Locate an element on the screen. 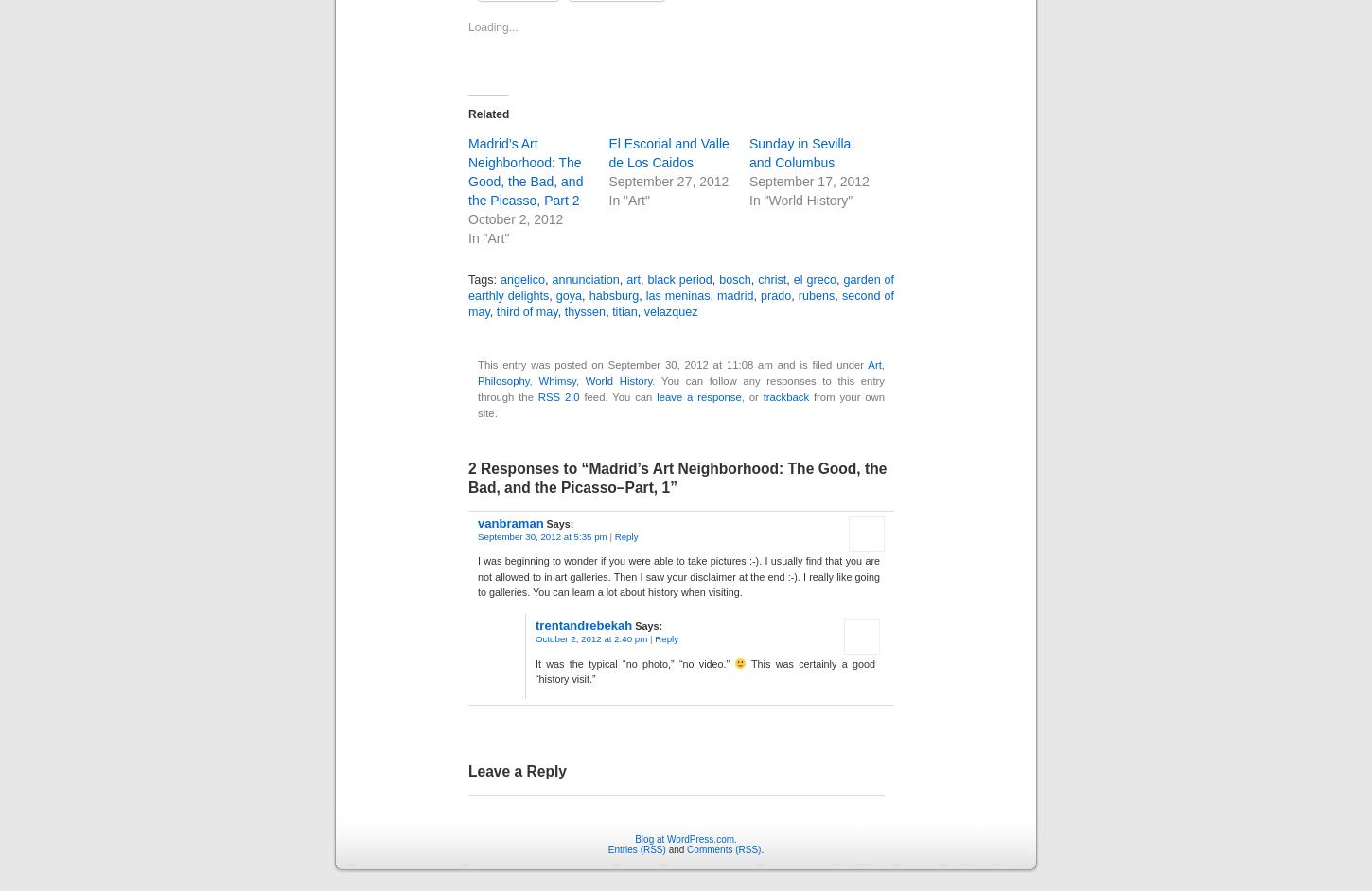 The height and width of the screenshot is (891, 1372). 'It was the typical “no photo,” “no video.”' is located at coordinates (634, 658).